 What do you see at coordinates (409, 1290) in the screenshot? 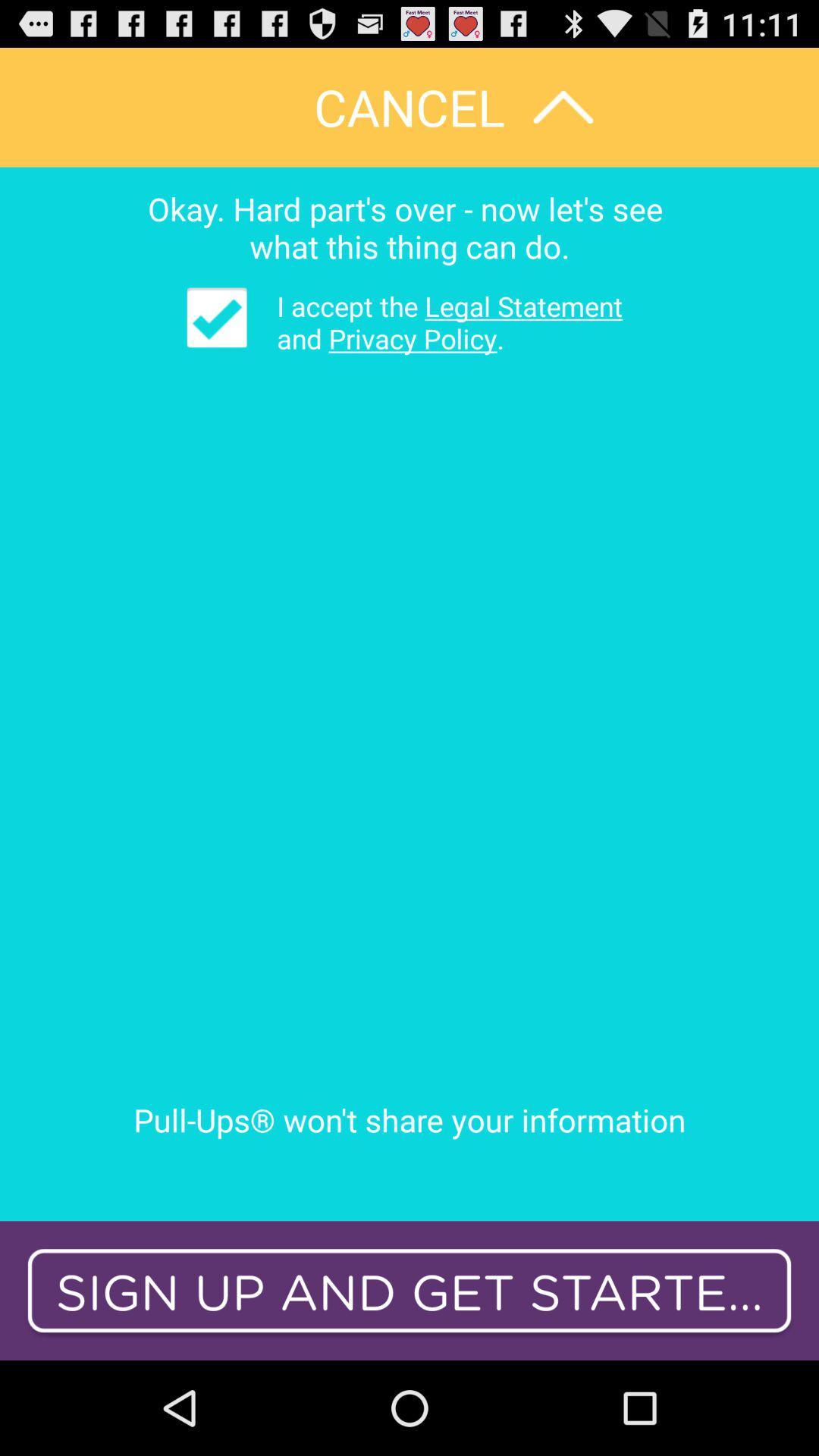
I see `sign up and item` at bounding box center [409, 1290].